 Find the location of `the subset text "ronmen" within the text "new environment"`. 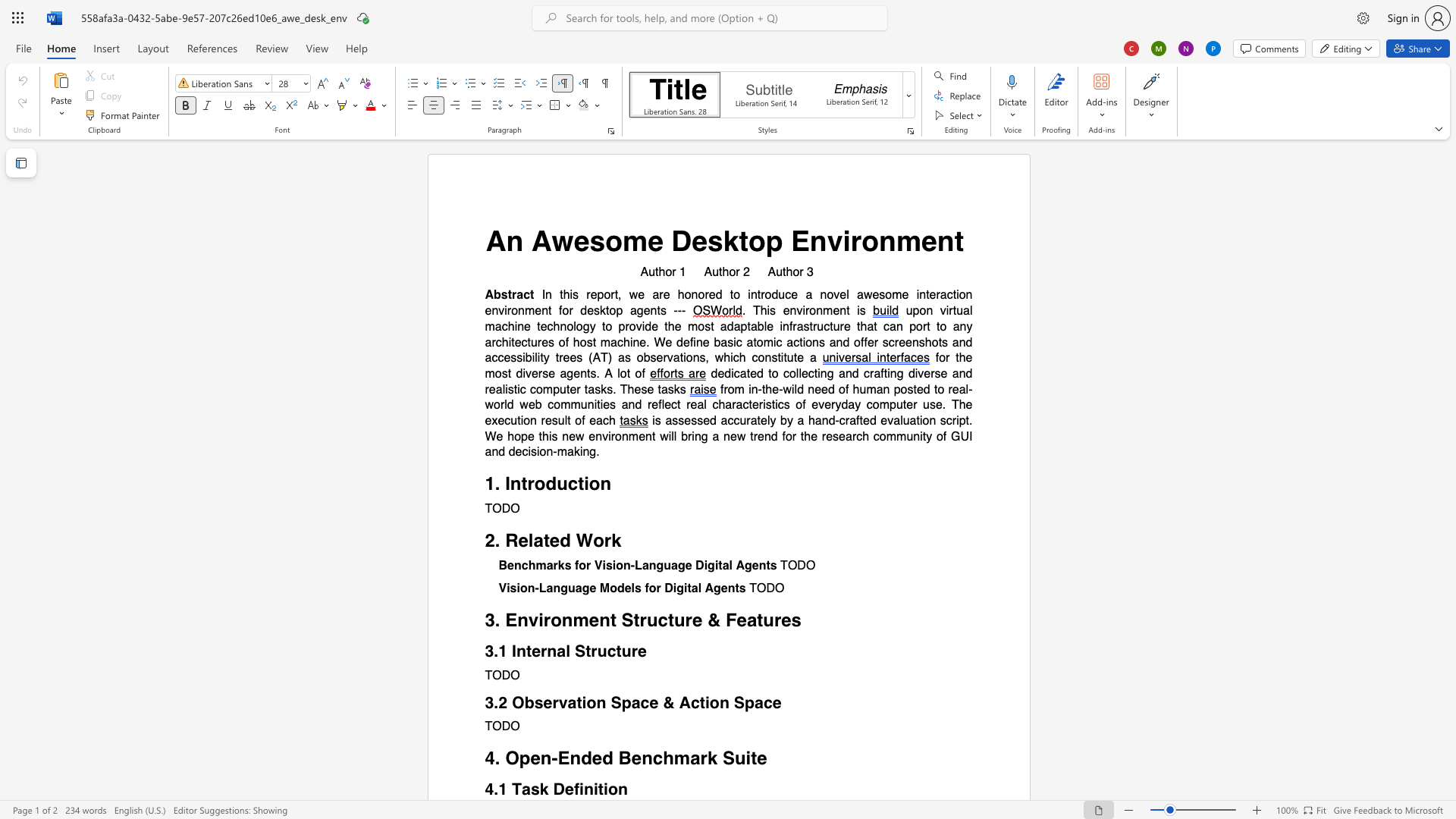

the subset text "ronmen" within the text "new environment" is located at coordinates (610, 436).